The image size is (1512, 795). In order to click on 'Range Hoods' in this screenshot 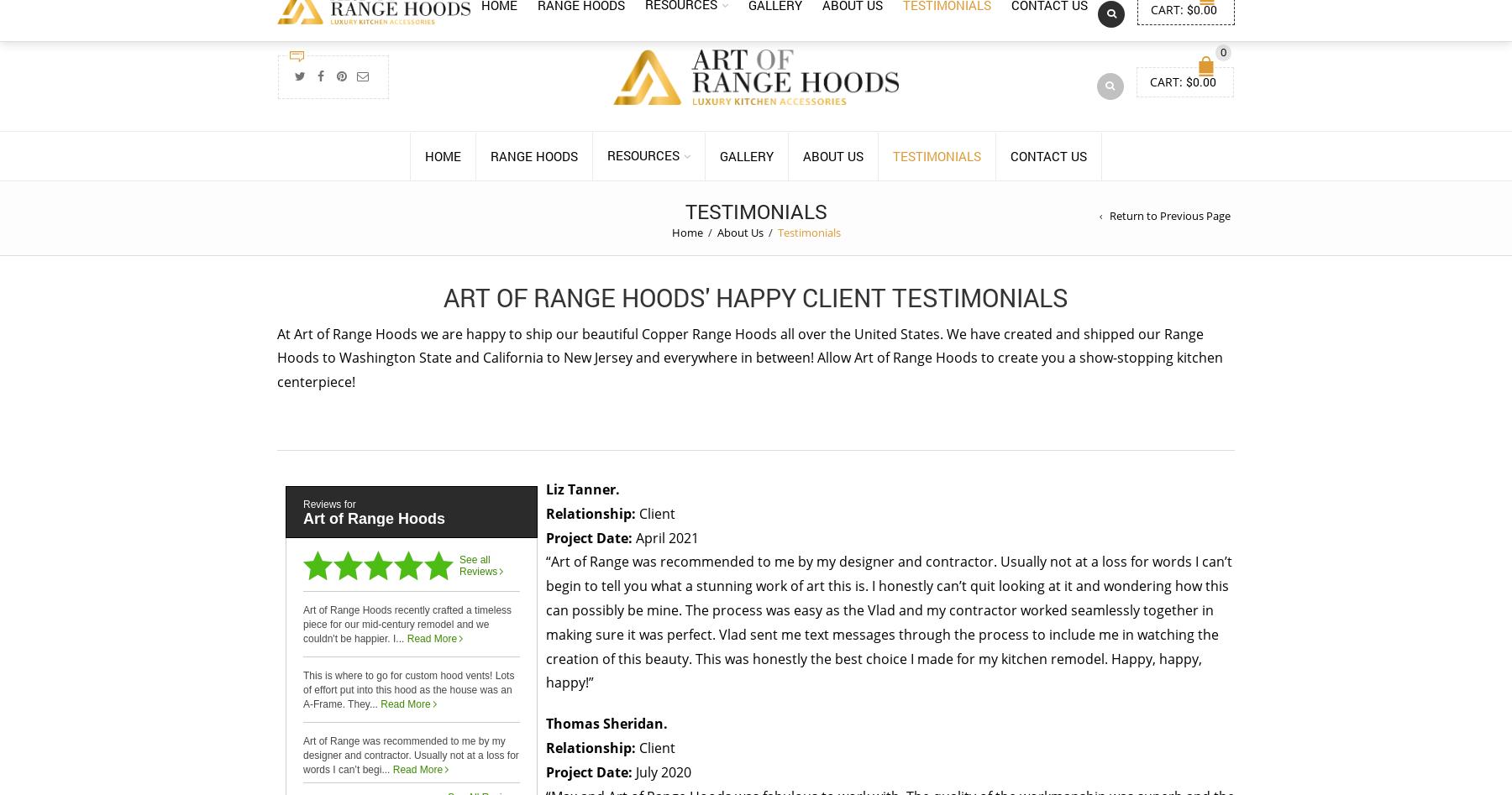, I will do `click(533, 154)`.